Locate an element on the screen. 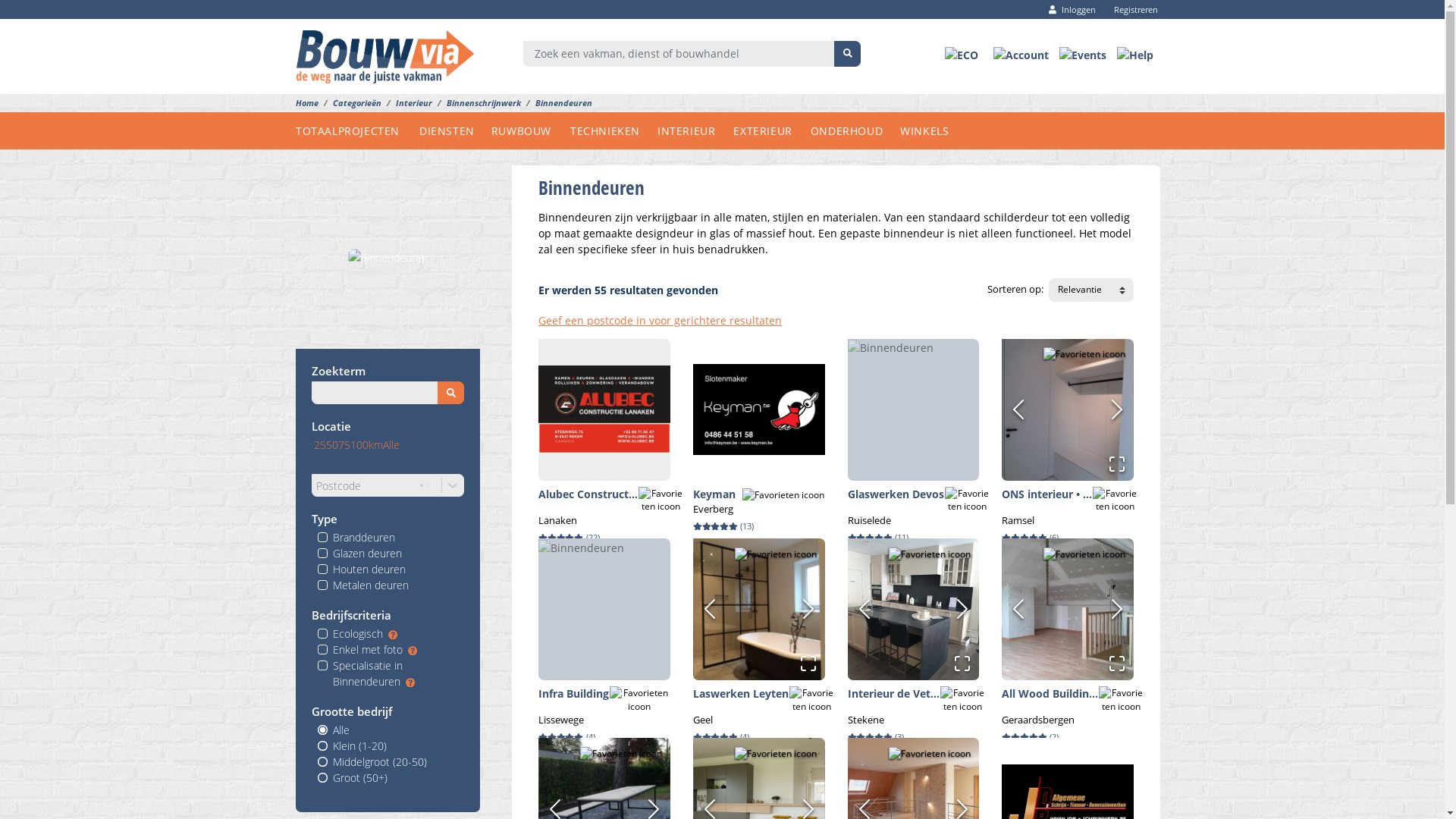 This screenshot has width=1456, height=819. 'Interieur' is located at coordinates (381, 102).